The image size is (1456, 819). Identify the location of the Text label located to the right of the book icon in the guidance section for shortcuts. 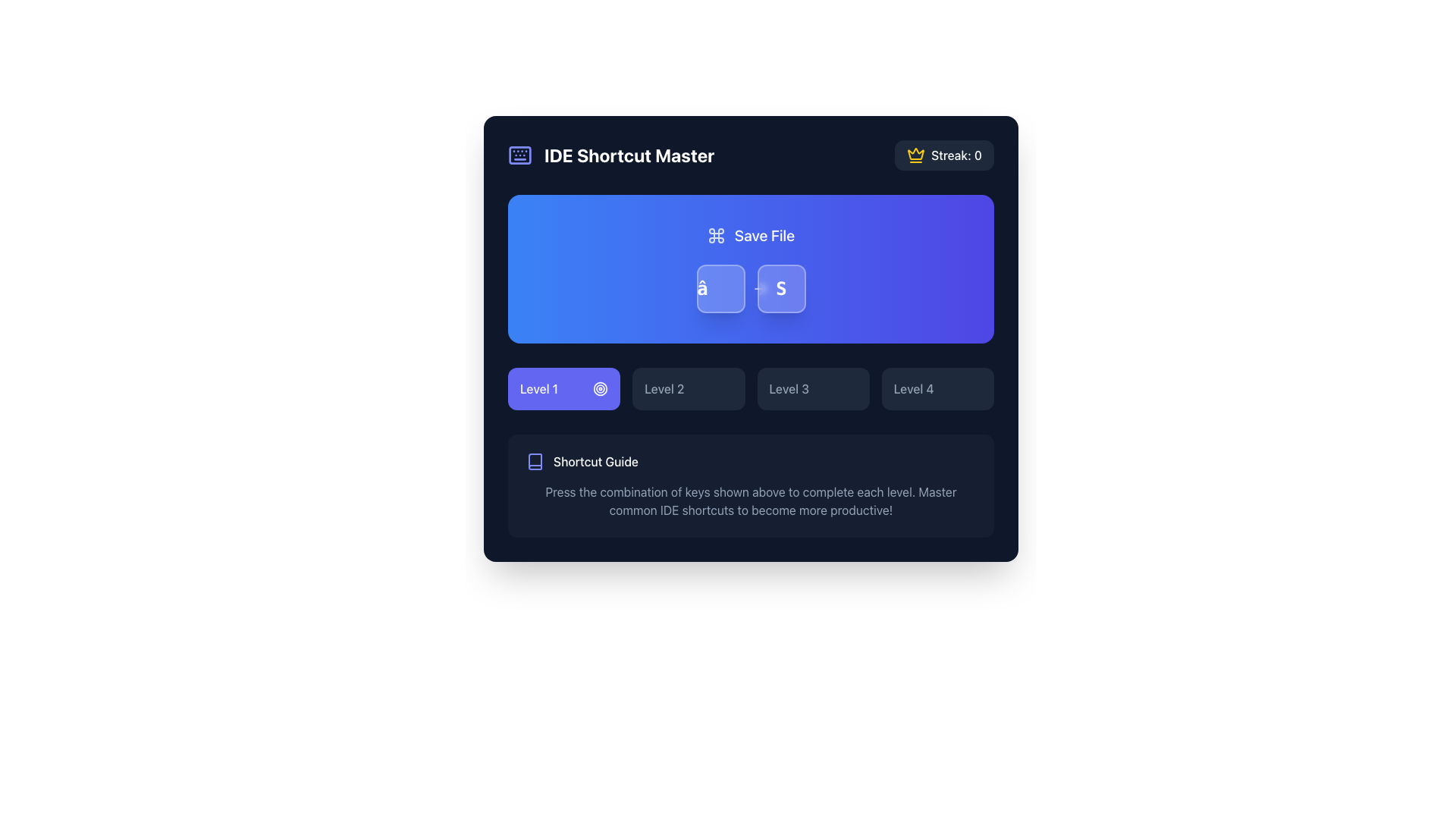
(595, 461).